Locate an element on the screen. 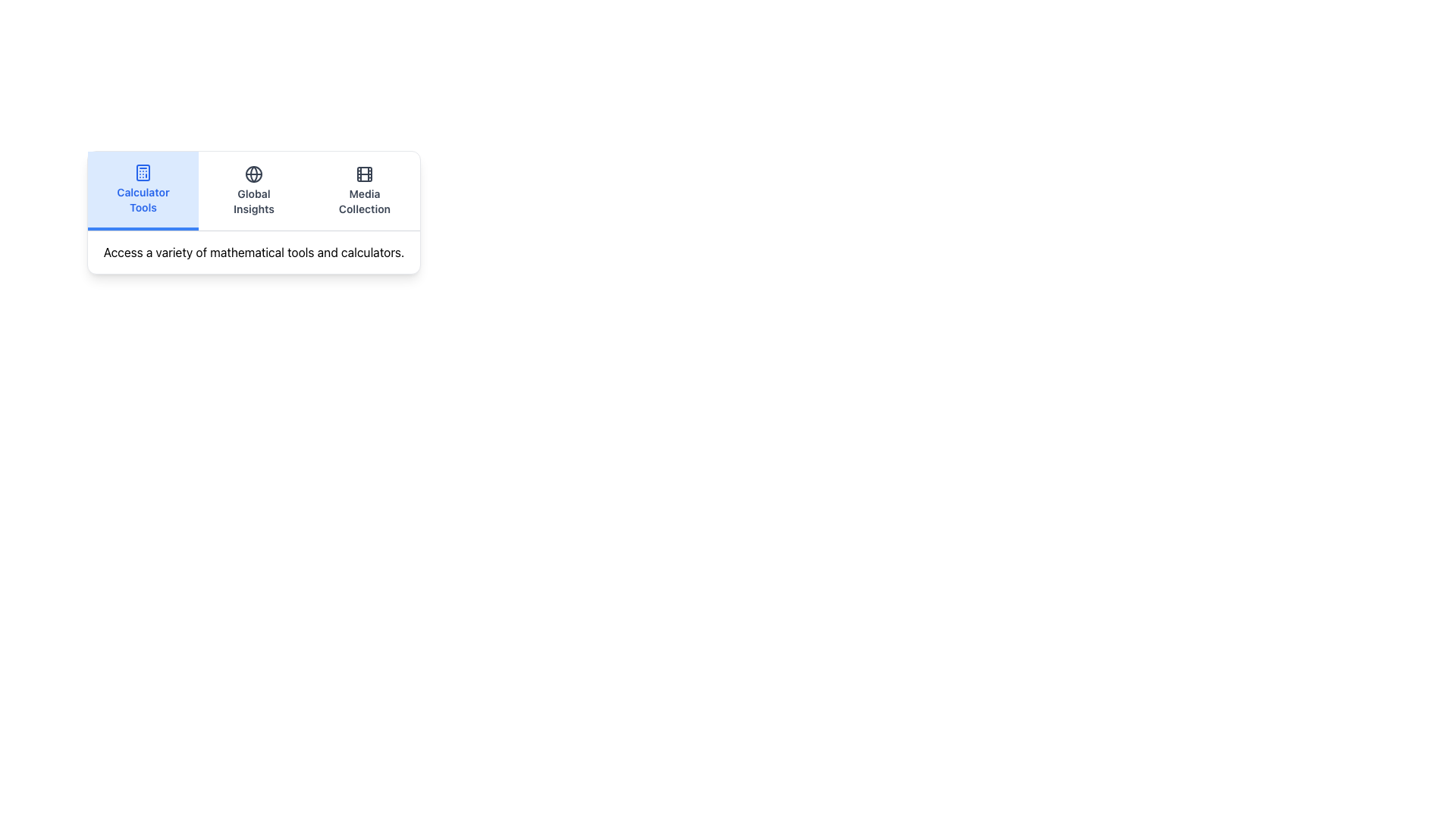 The image size is (1456, 819). on the 'Media Collection' button, which is a rectangular button with a film grid icon and dark gray text on a white background, located on the right-hand side of the menu group at the top of the interface is located at coordinates (364, 190).